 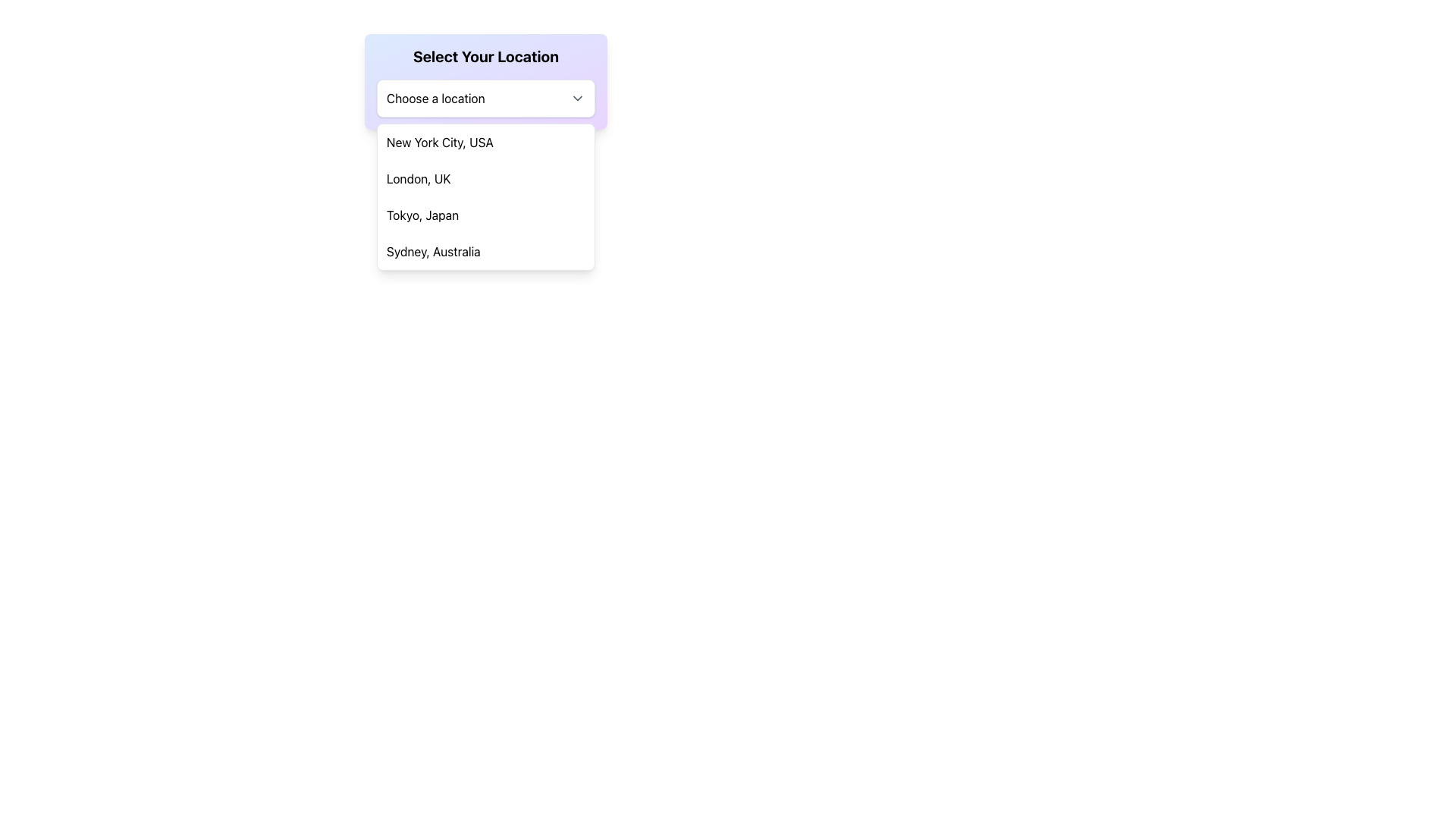 What do you see at coordinates (486, 177) in the screenshot?
I see `to select the list item 'London, UK' from the dropdown menu labeled 'Select Your Location'` at bounding box center [486, 177].